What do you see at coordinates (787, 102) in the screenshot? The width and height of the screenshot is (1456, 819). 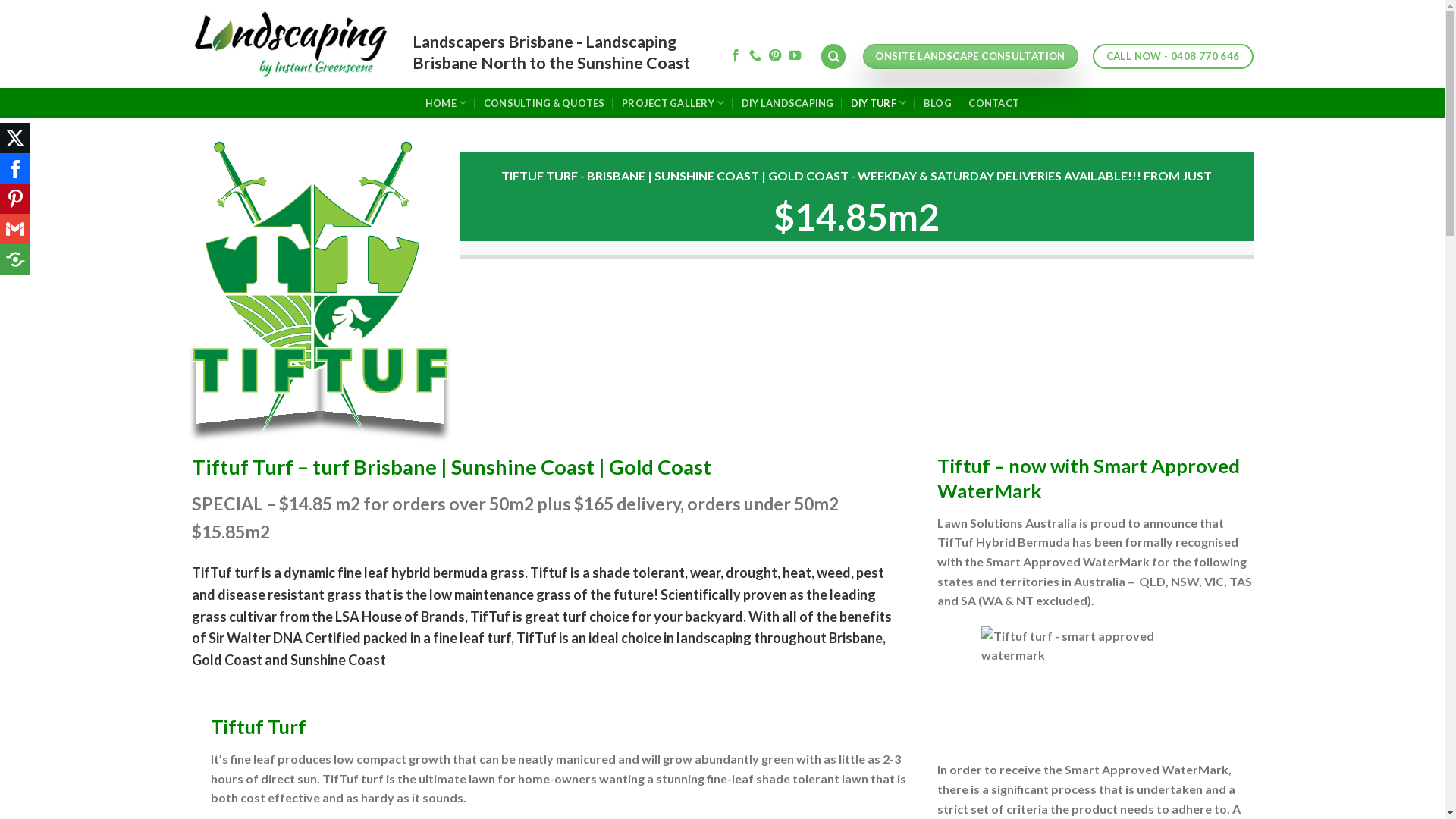 I see `'DIY LANDSCAPING'` at bounding box center [787, 102].